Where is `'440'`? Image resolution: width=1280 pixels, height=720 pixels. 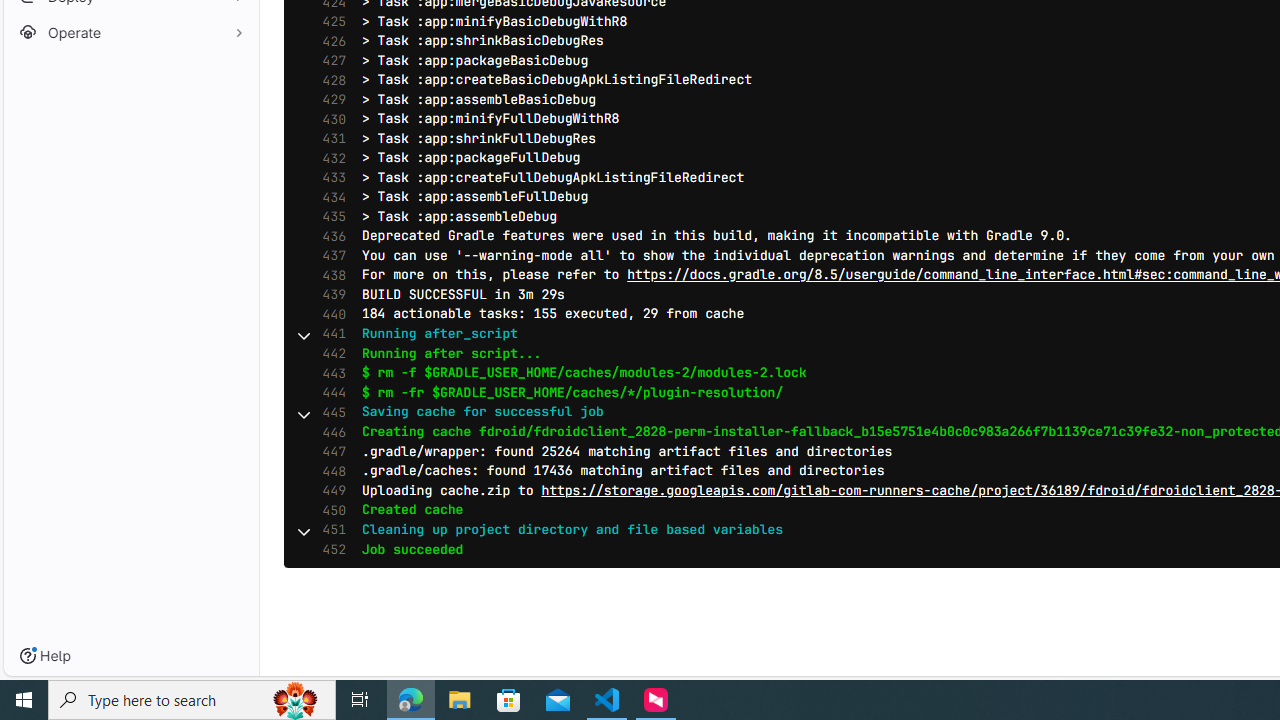 '440' is located at coordinates (329, 314).